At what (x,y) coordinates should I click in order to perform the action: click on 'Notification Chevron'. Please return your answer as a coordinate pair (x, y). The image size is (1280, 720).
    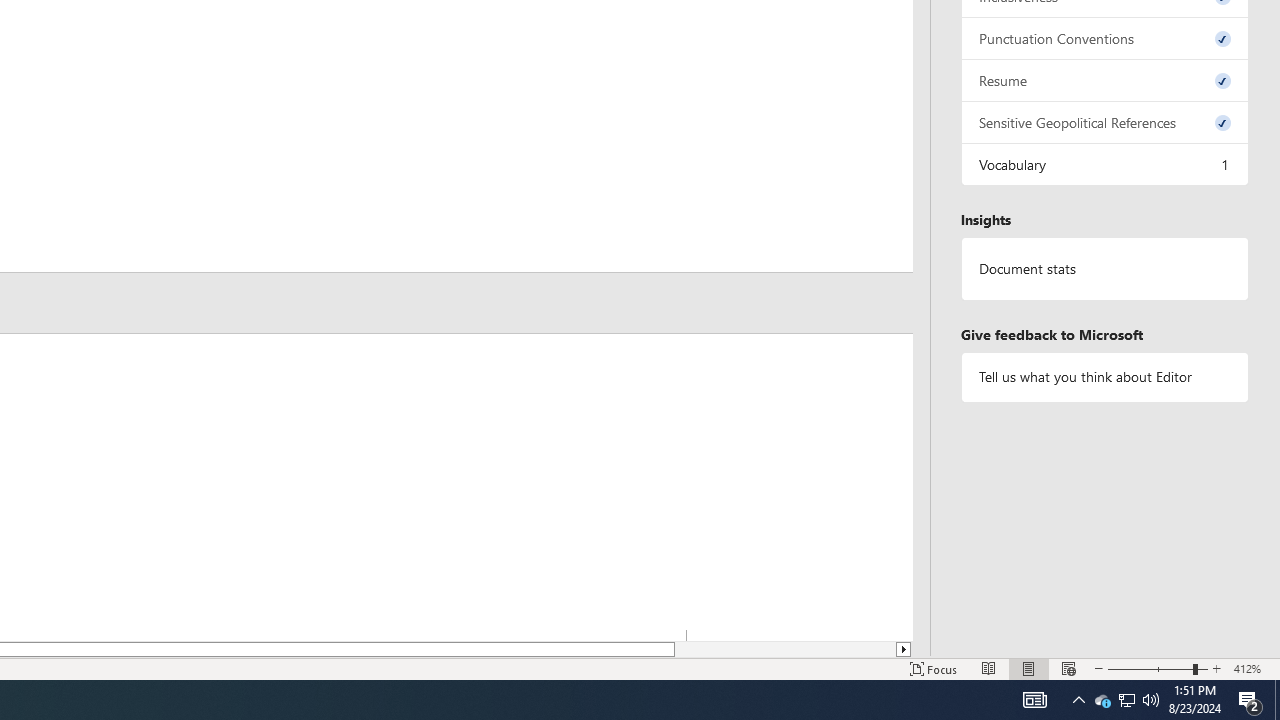
    Looking at the image, I should click on (1078, 698).